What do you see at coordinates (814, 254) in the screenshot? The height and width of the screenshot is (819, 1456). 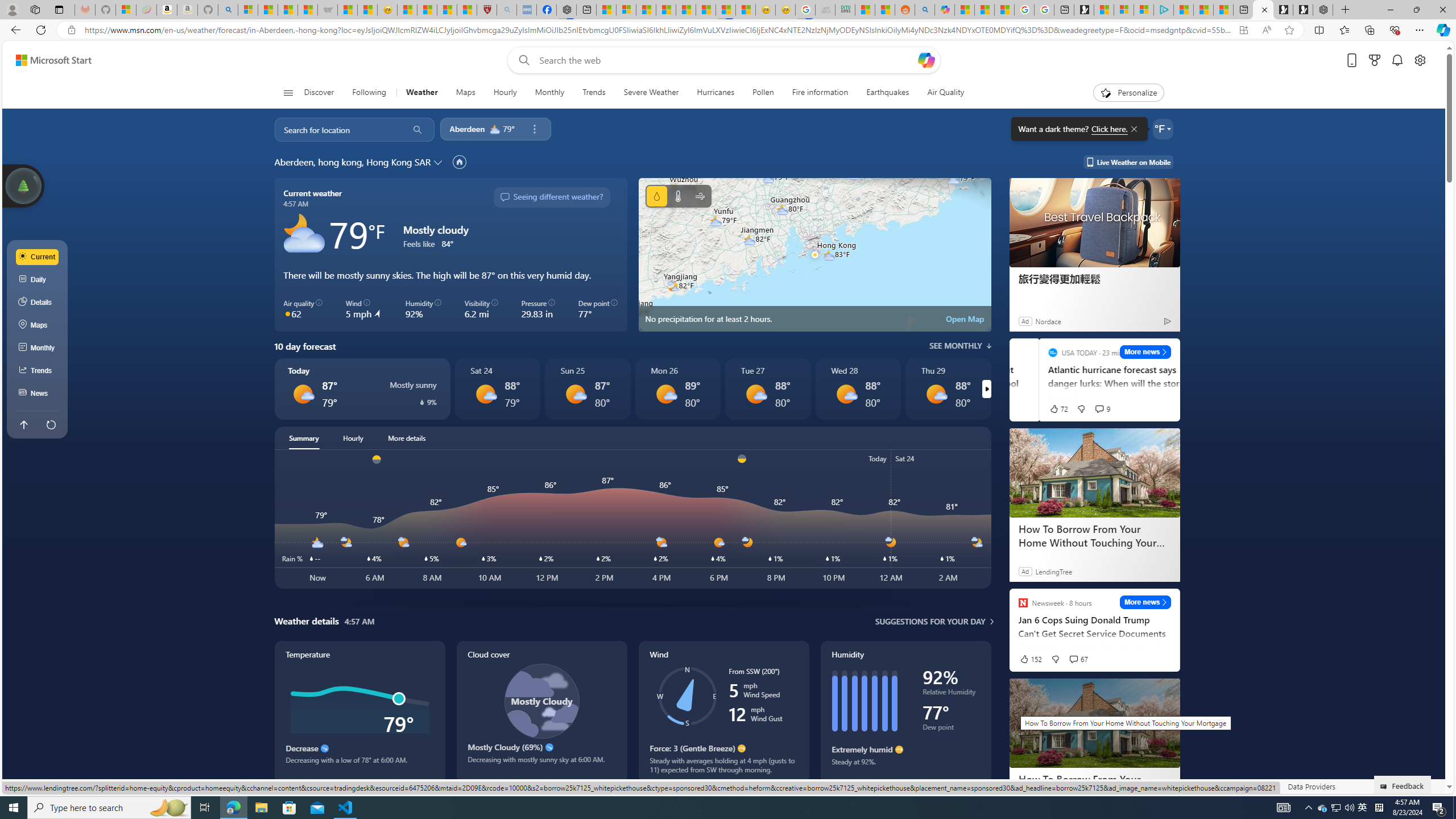 I see `'No precipitation for at least 2 hours'` at bounding box center [814, 254].